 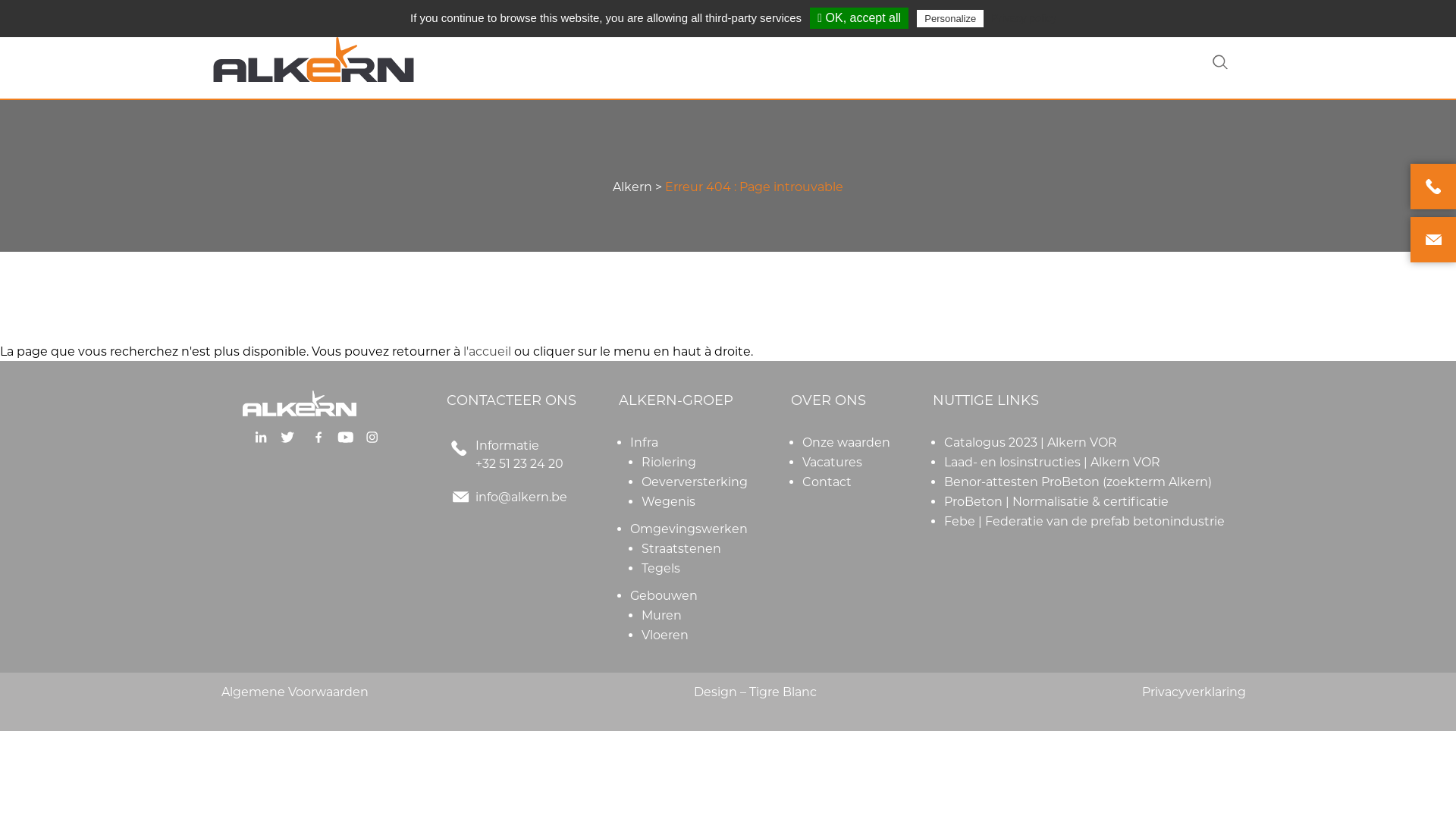 I want to click on 'Omgevingswerken', so click(x=688, y=528).